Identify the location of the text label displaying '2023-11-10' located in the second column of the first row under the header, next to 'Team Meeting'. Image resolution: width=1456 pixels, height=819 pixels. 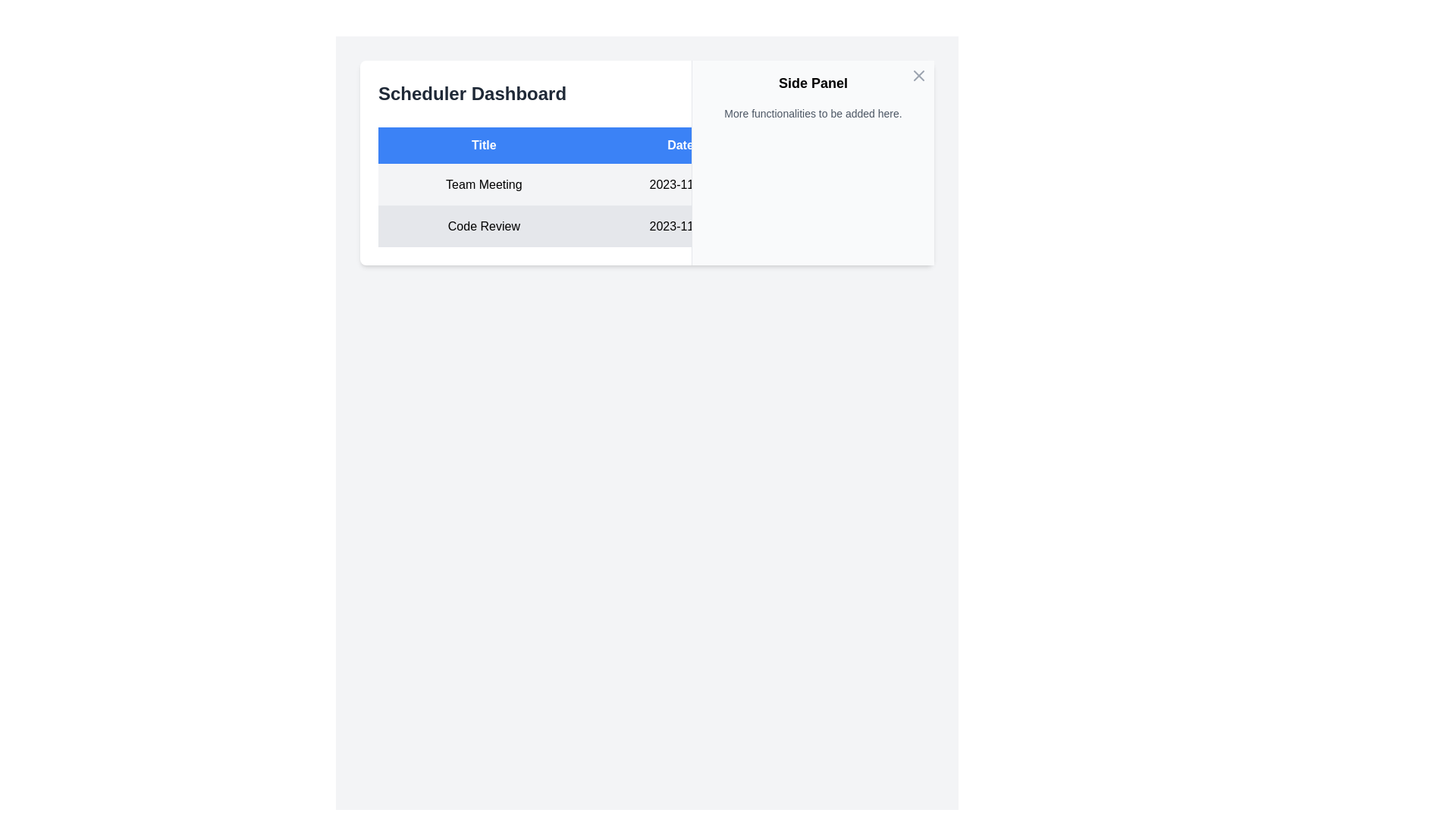
(679, 184).